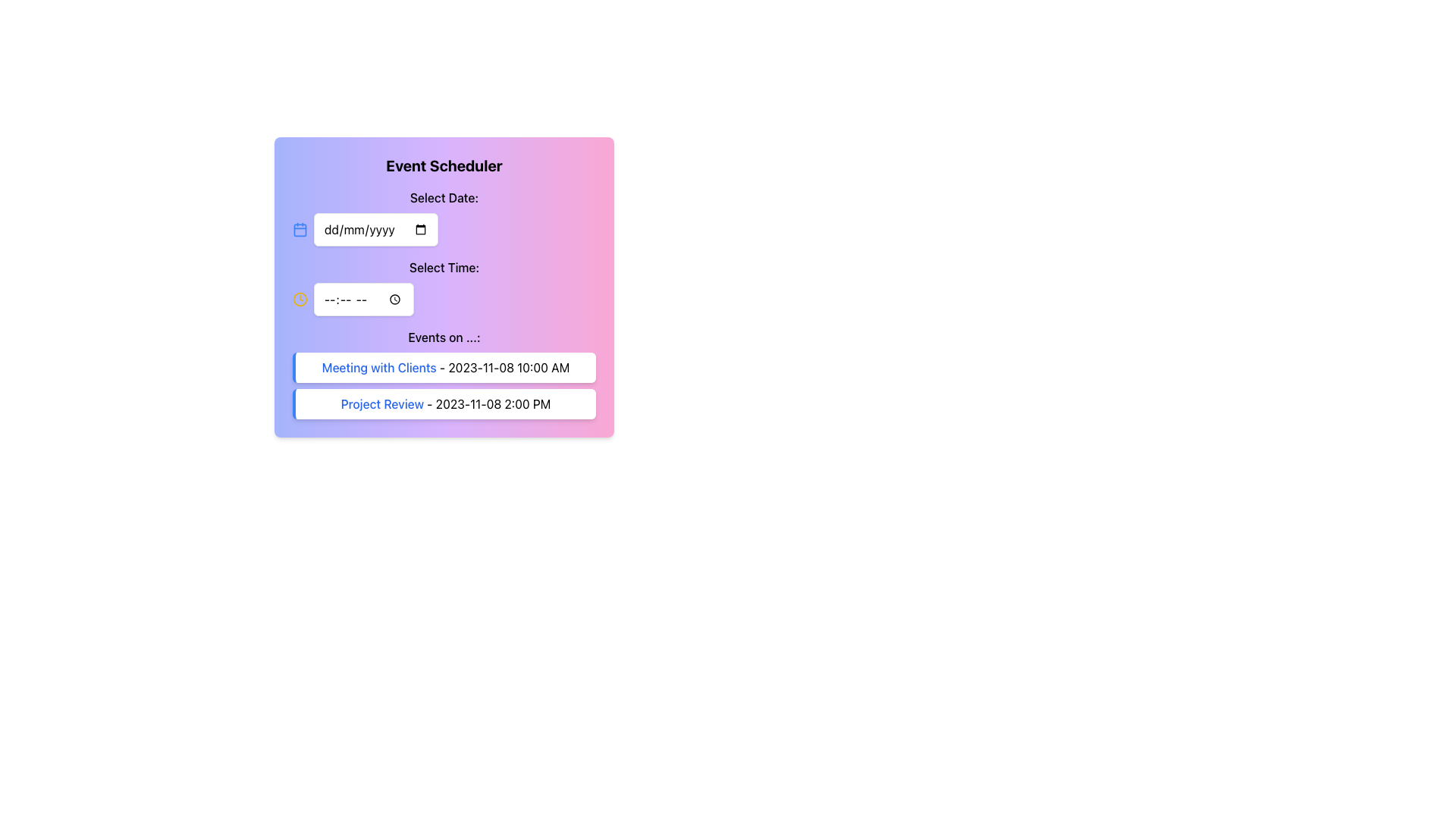 This screenshot has height=819, width=1456. Describe the element at coordinates (300, 299) in the screenshot. I see `the yellow clock icon with circular outline and clock hands` at that location.